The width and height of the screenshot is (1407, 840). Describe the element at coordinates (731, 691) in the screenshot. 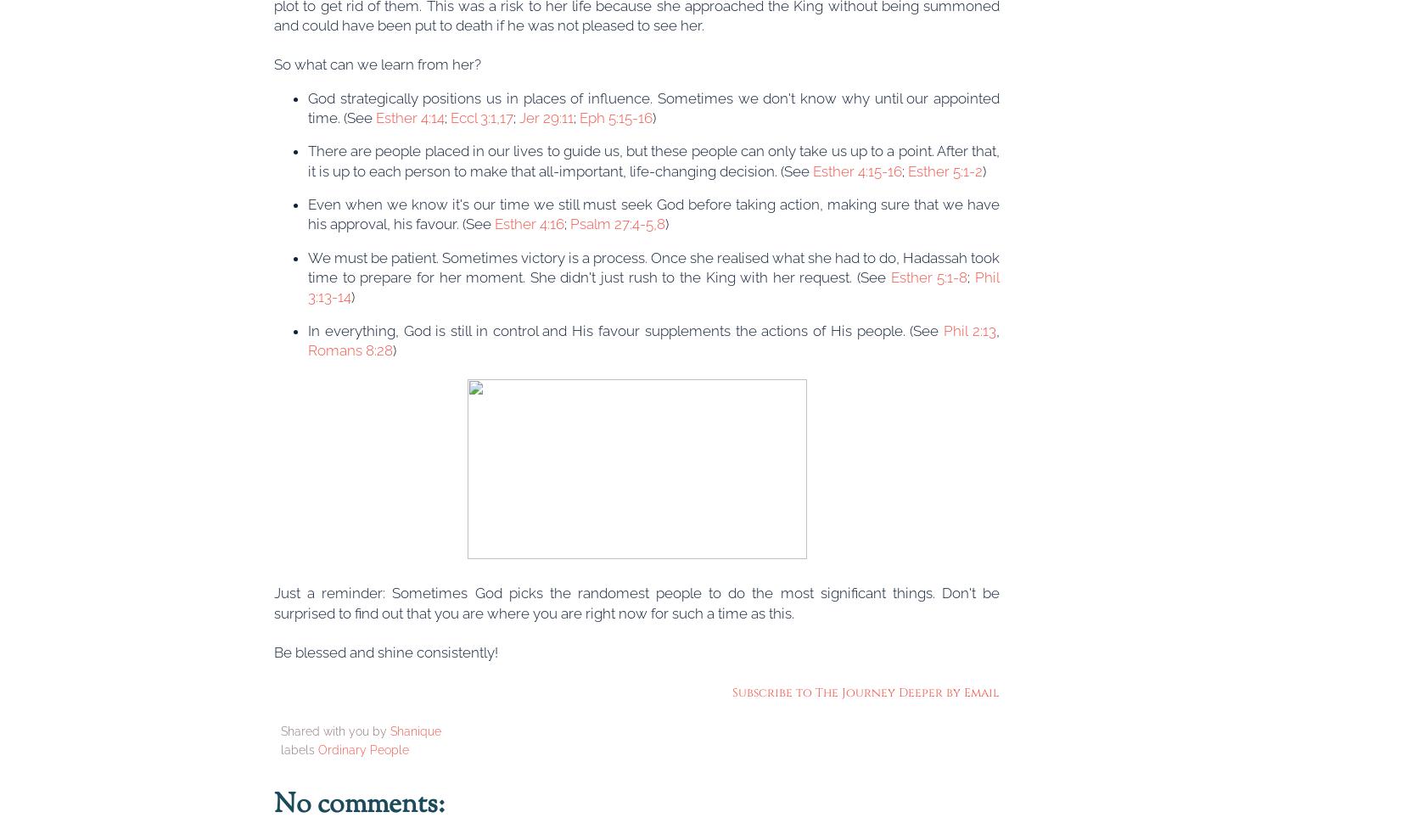

I see `'Subscribe to The Journey Deeper by Email'` at that location.